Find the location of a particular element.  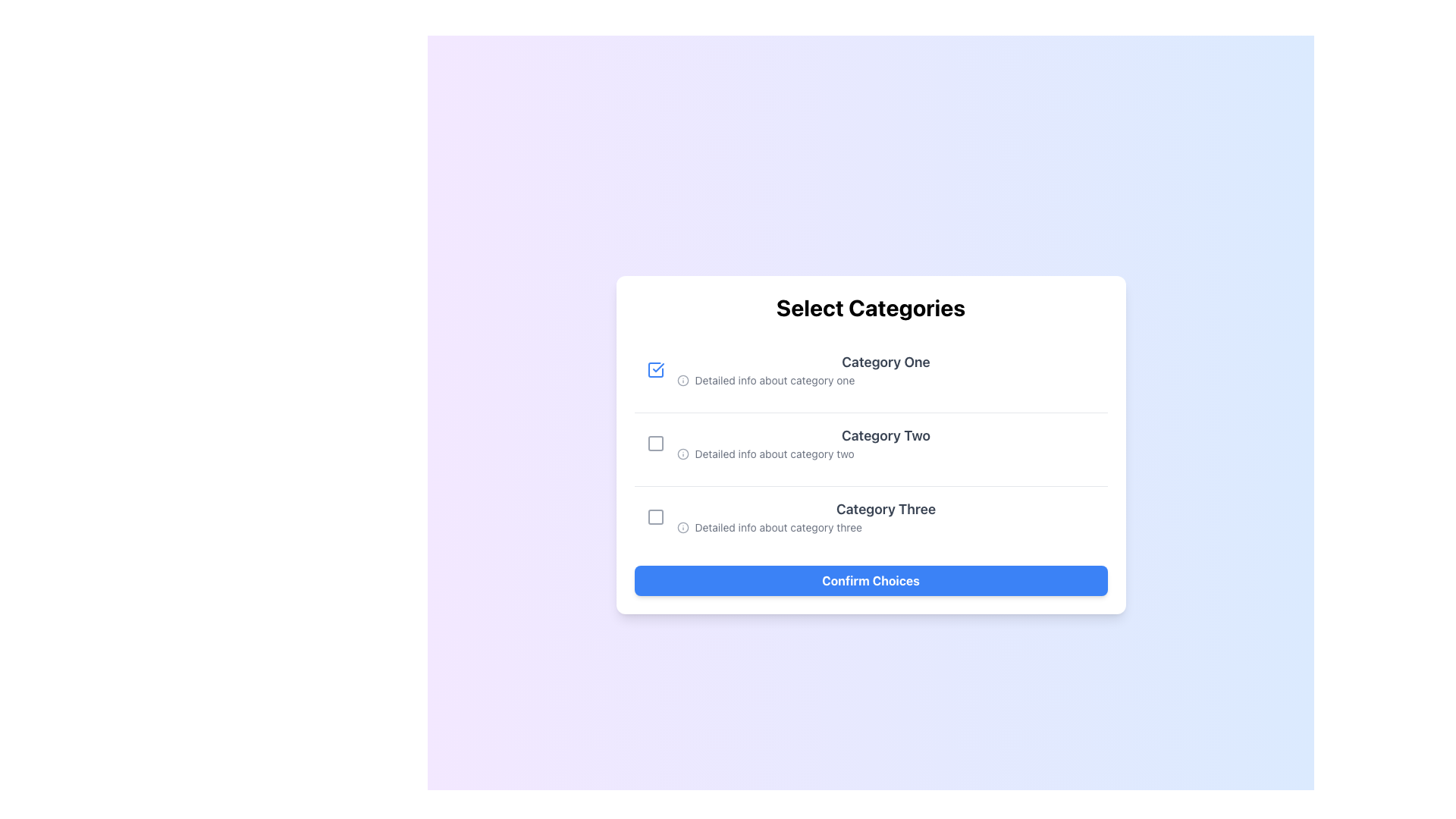

the white circular SVG circle element within the information icon for 'Category Three', which is located at the center of the icon aligned with the checkbox and text label is located at coordinates (682, 526).